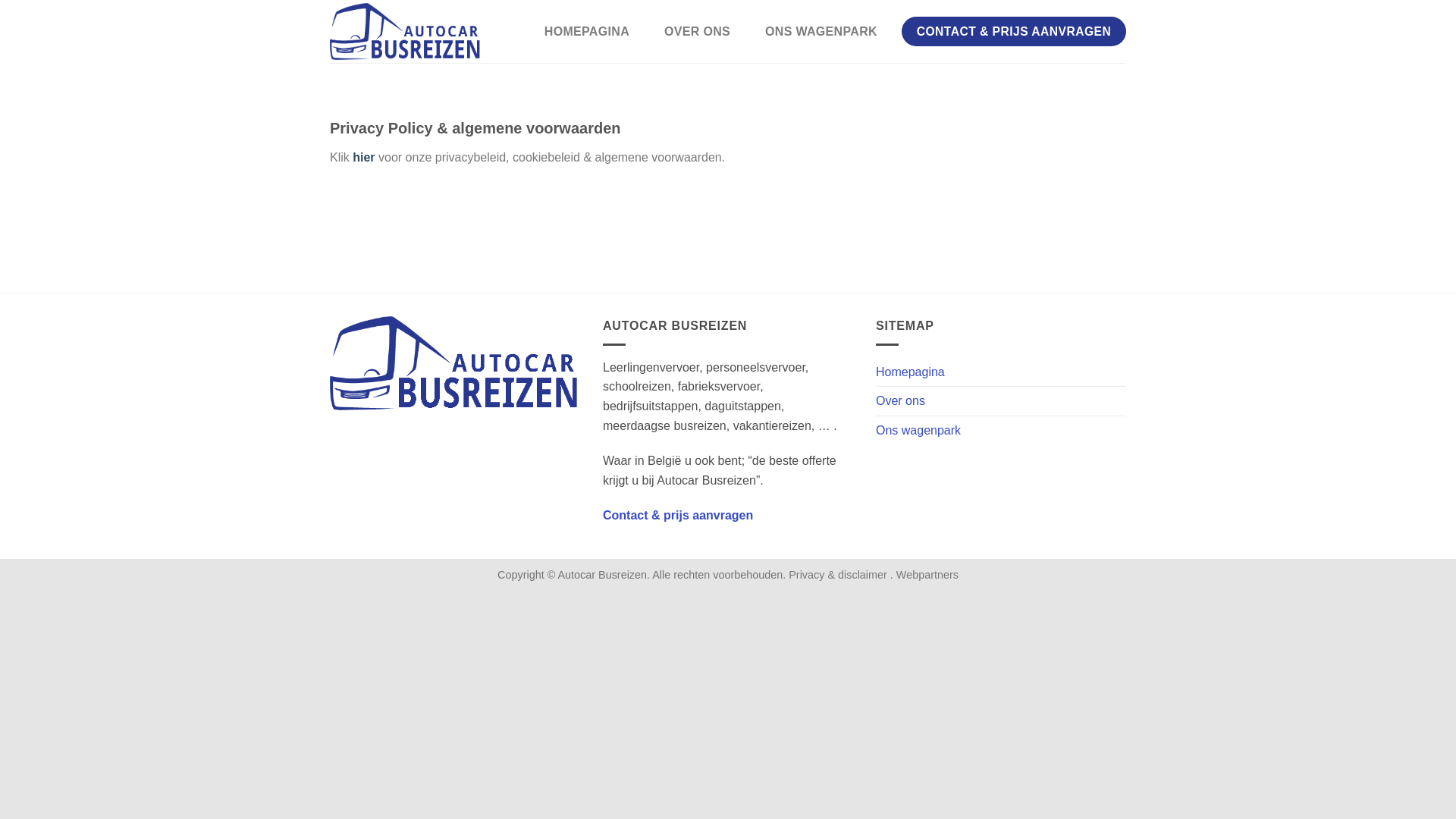  Describe the element at coordinates (927, 575) in the screenshot. I see `'Webpartners'` at that location.